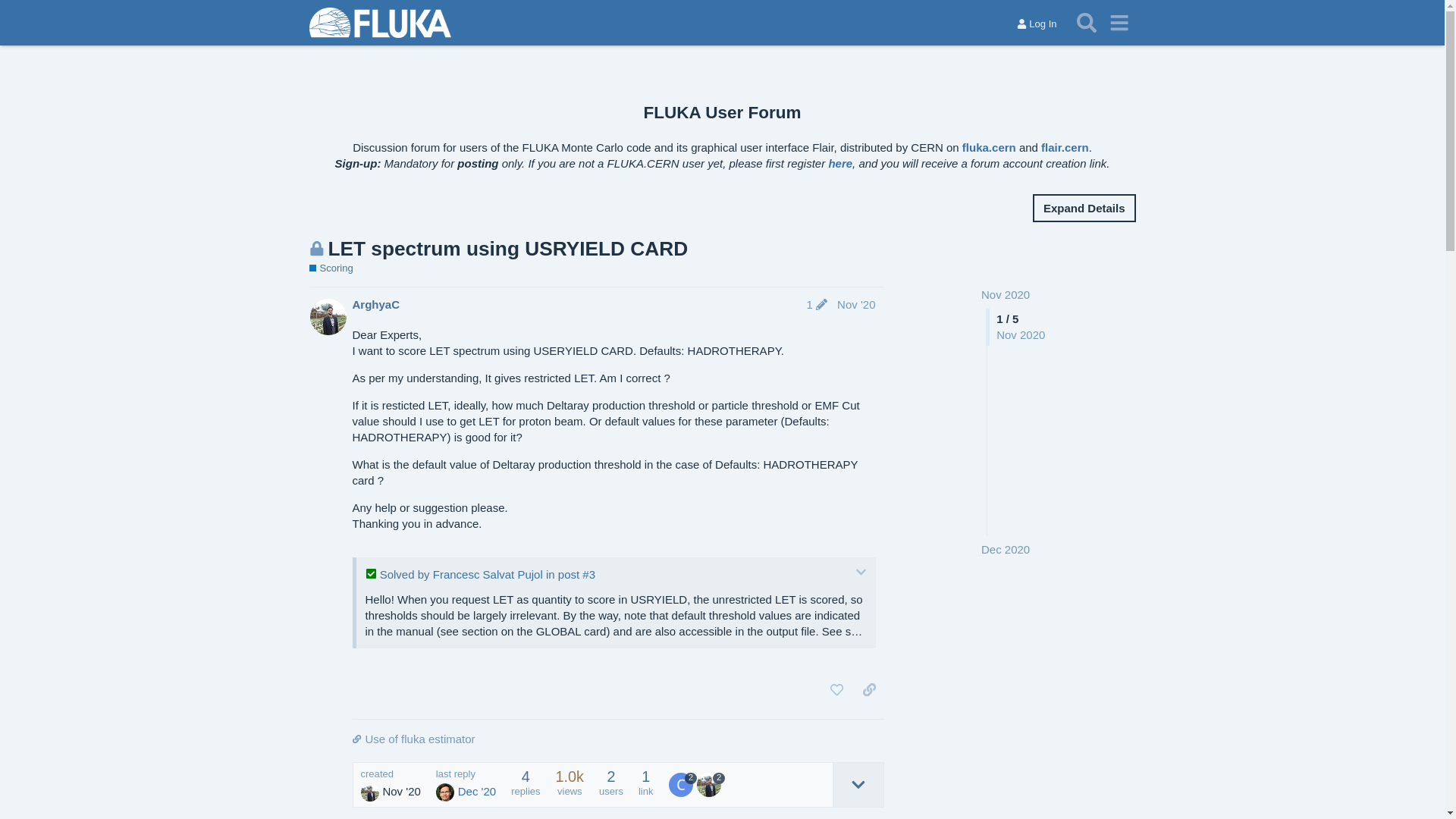  I want to click on 'share a link to this post', so click(869, 690).